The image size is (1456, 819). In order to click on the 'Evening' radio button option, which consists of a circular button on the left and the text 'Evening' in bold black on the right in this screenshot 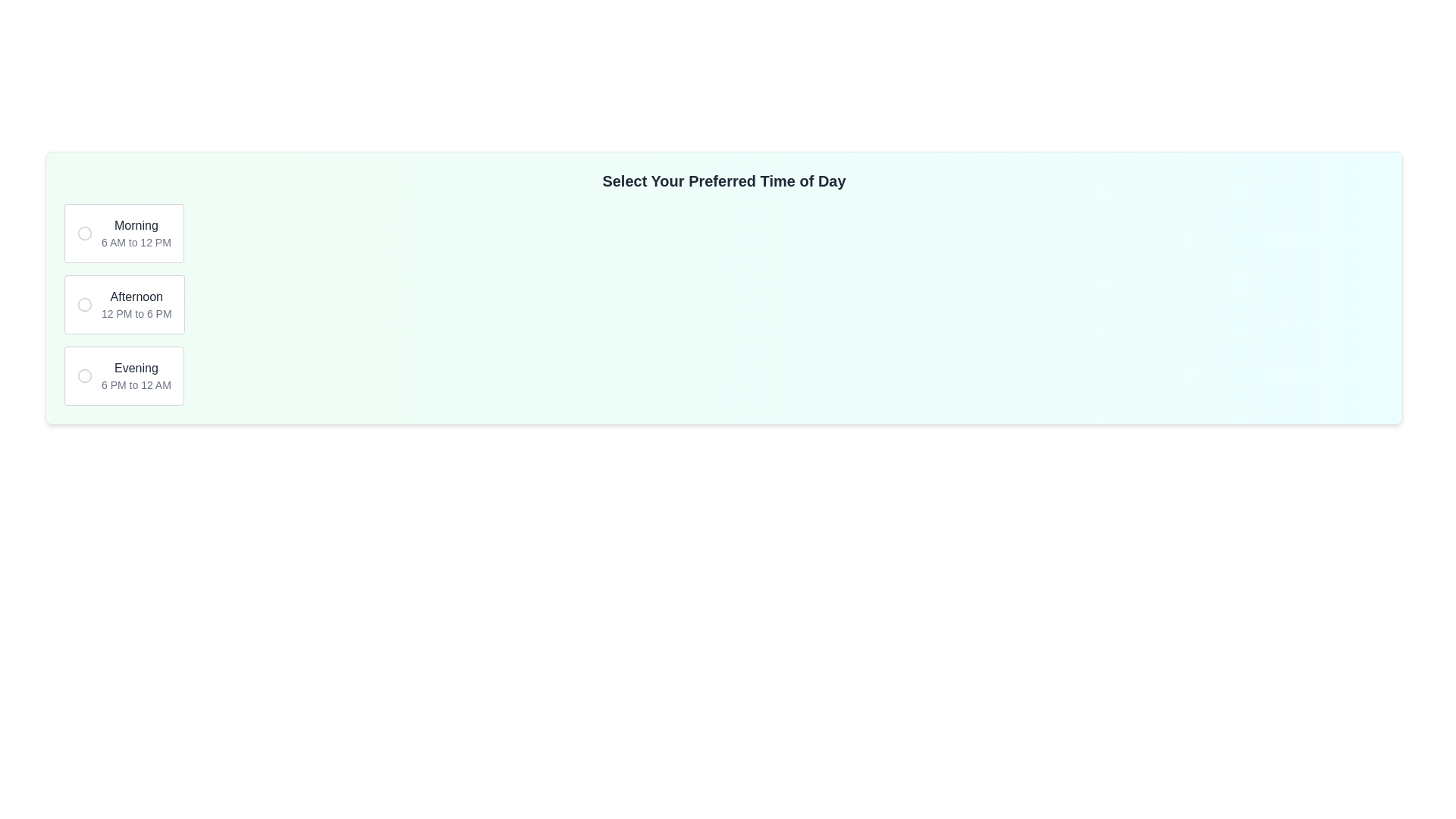, I will do `click(124, 375)`.